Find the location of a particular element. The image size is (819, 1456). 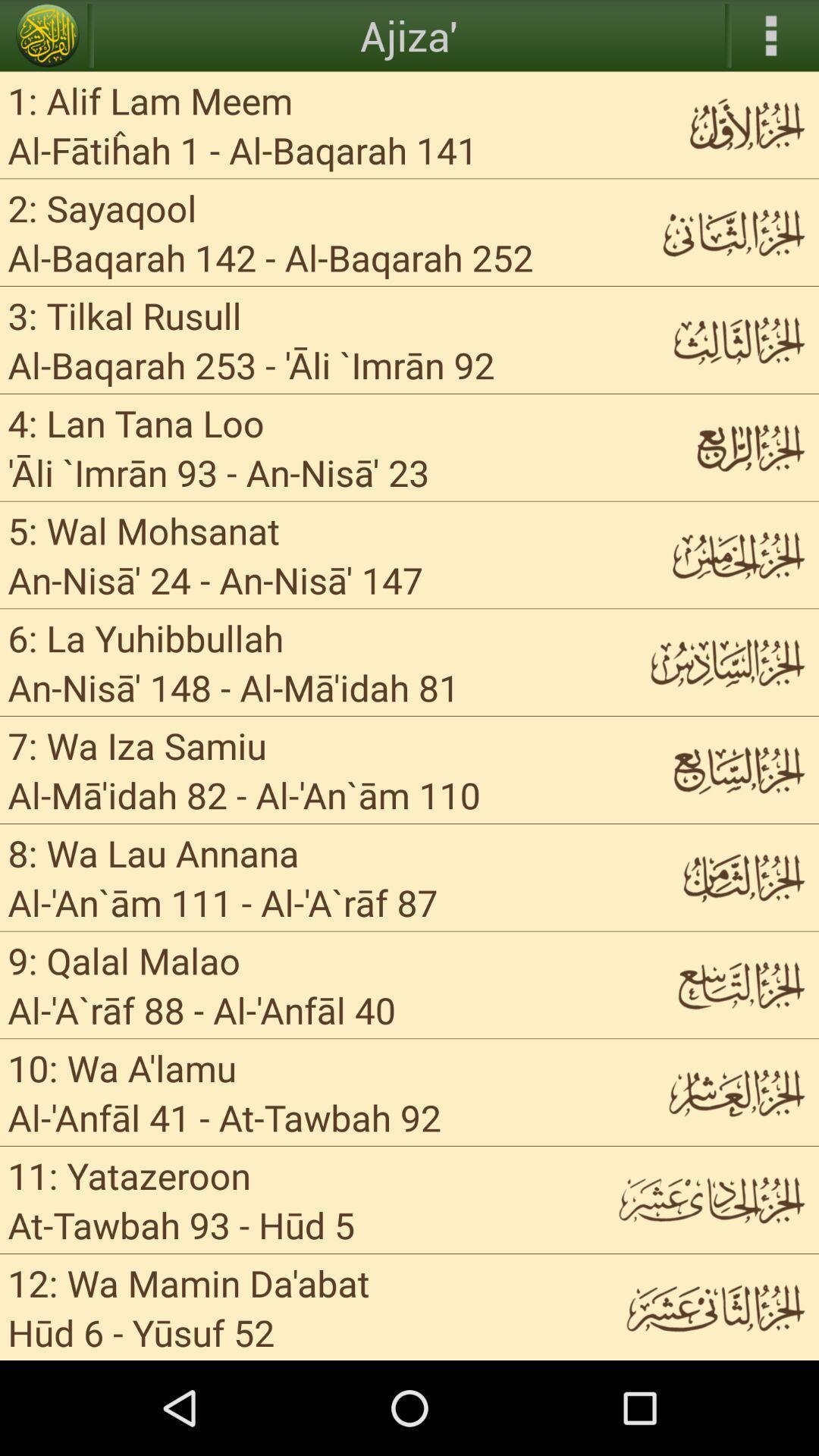

app above 1 alif lam item is located at coordinates (46, 36).